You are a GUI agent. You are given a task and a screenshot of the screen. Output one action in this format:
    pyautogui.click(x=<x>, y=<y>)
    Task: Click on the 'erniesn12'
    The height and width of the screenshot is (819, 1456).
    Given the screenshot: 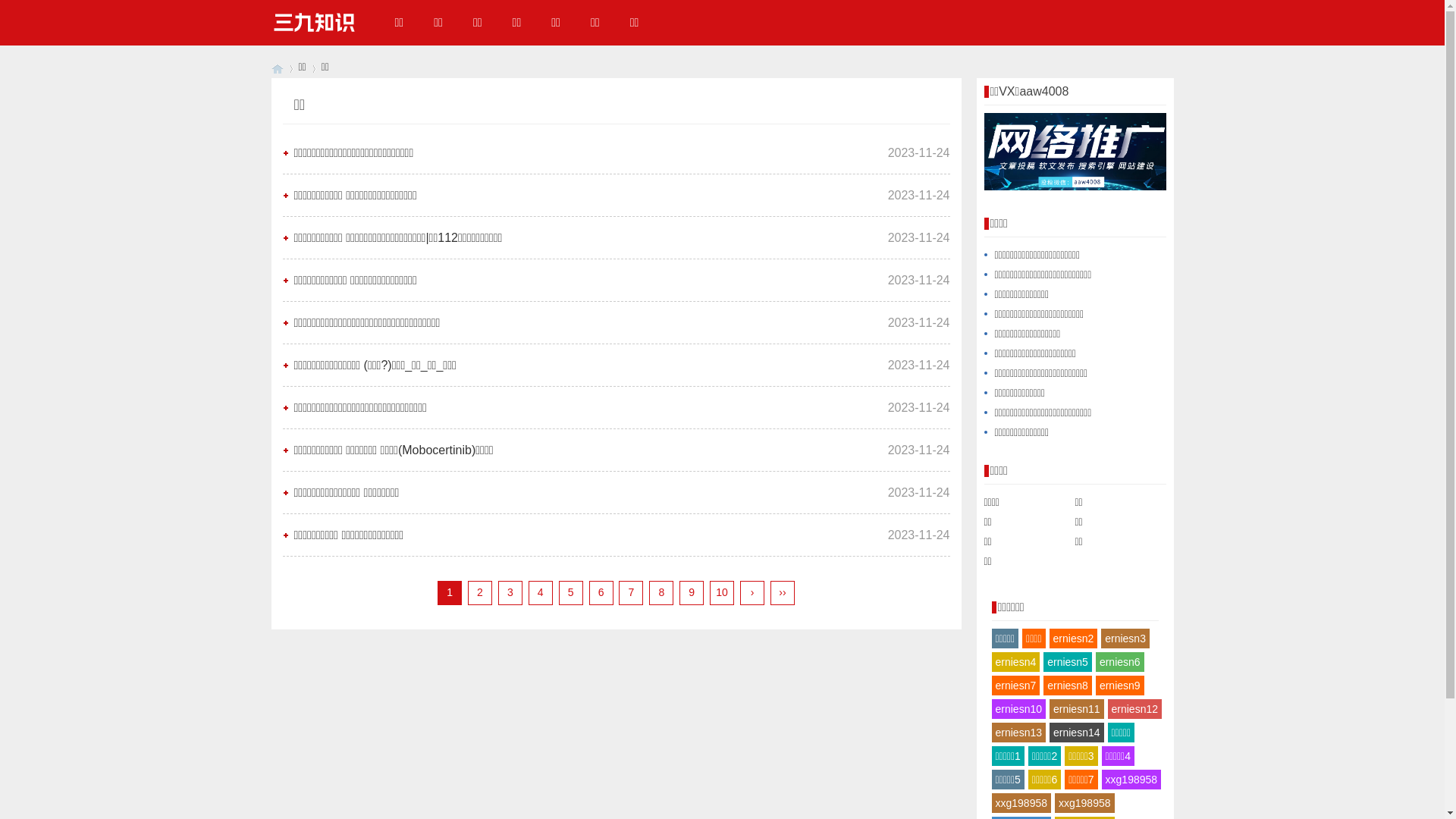 What is the action you would take?
    pyautogui.click(x=1134, y=708)
    